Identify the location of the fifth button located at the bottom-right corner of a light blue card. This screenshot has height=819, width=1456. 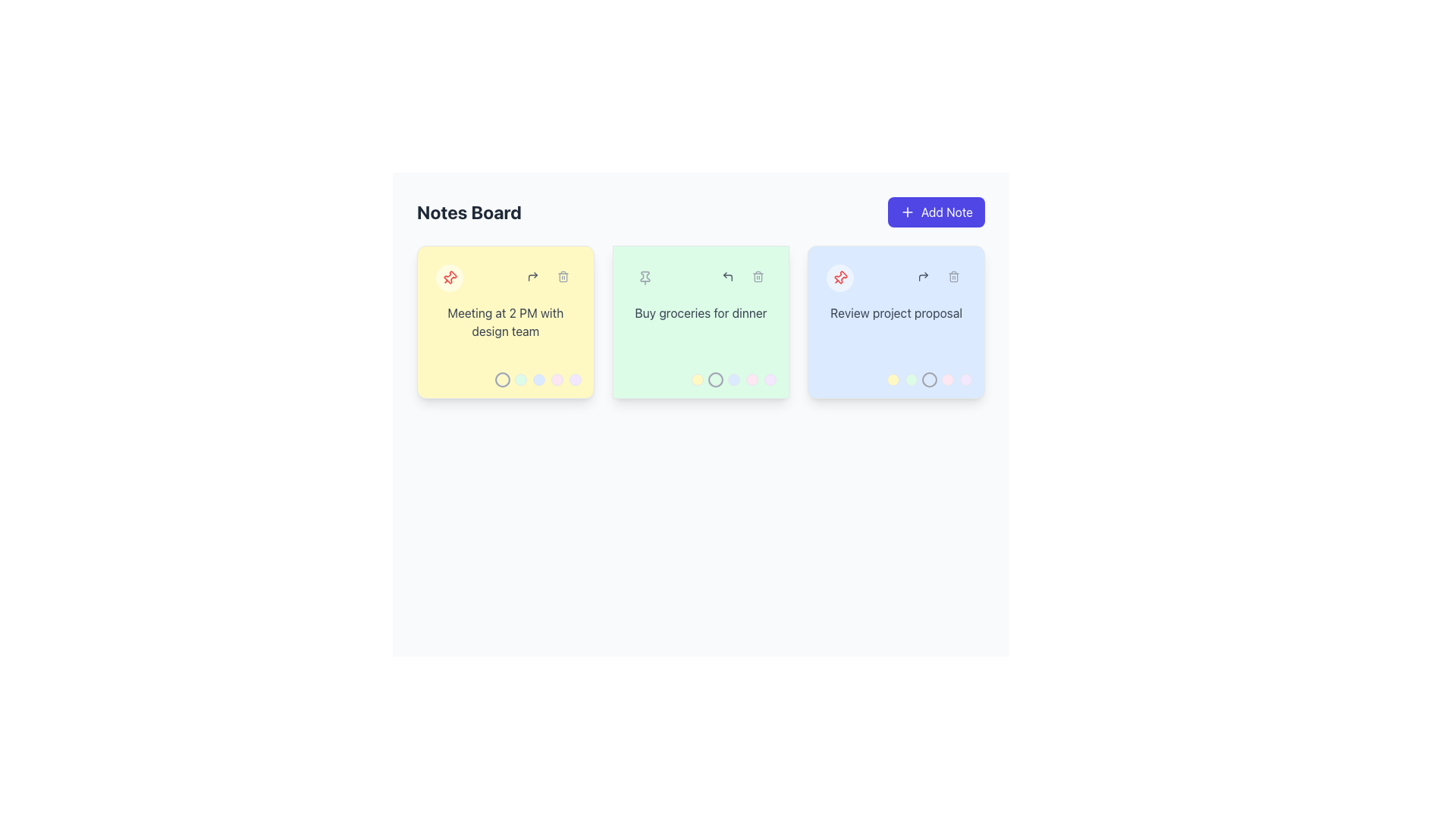
(965, 379).